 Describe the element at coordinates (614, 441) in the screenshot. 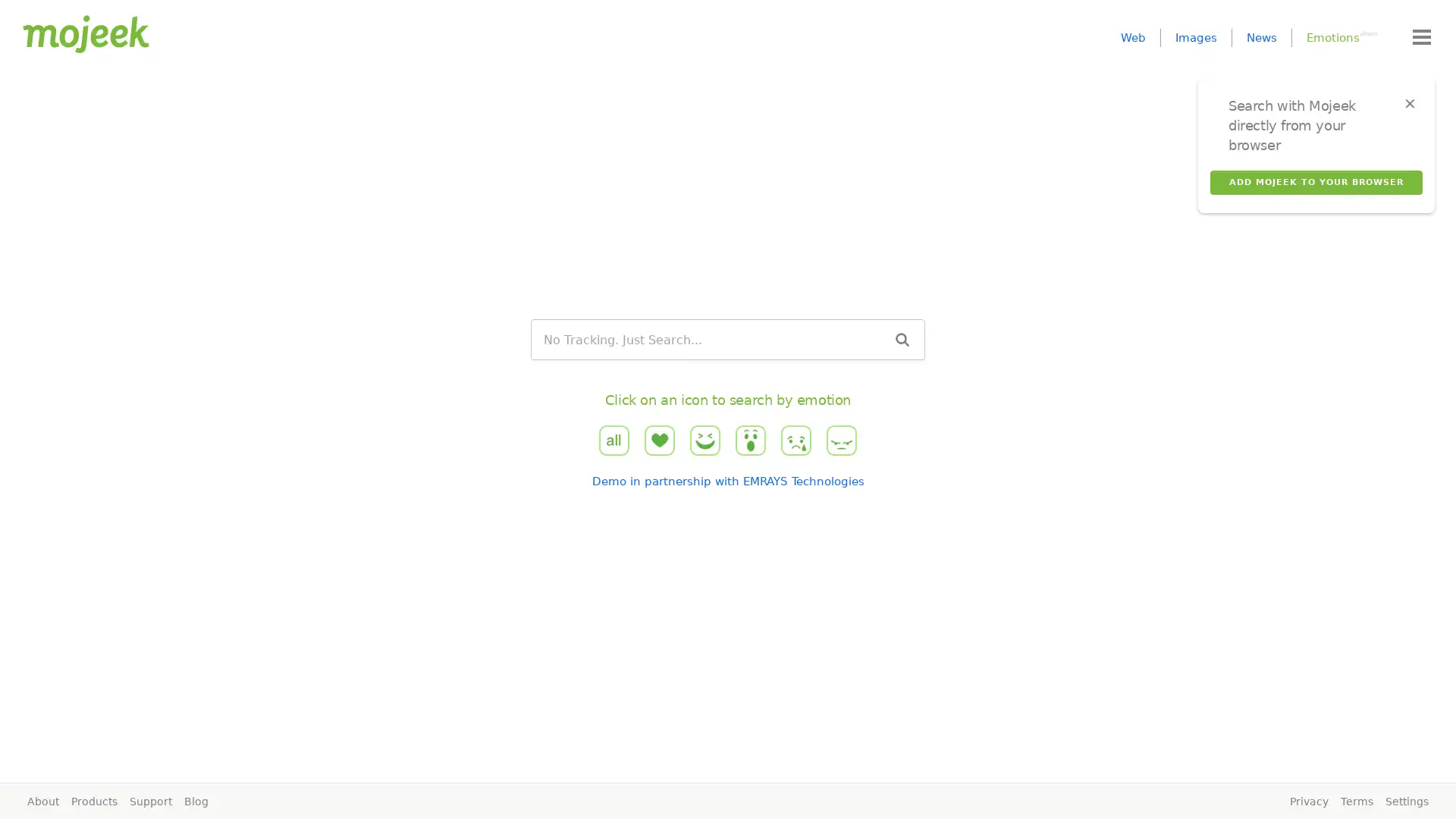

I see `all` at that location.